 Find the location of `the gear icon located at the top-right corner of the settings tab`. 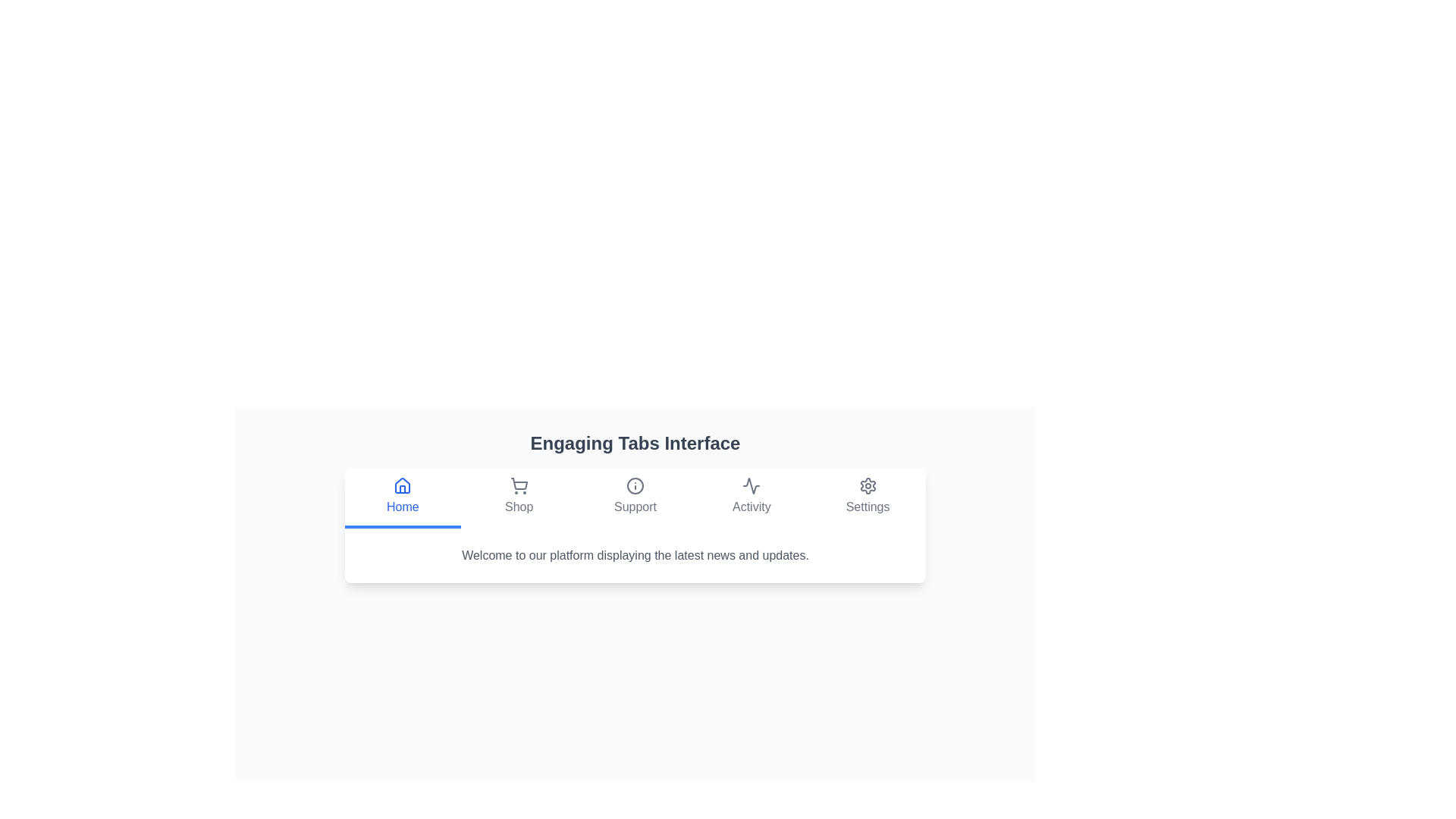

the gear icon located at the top-right corner of the settings tab is located at coordinates (868, 485).